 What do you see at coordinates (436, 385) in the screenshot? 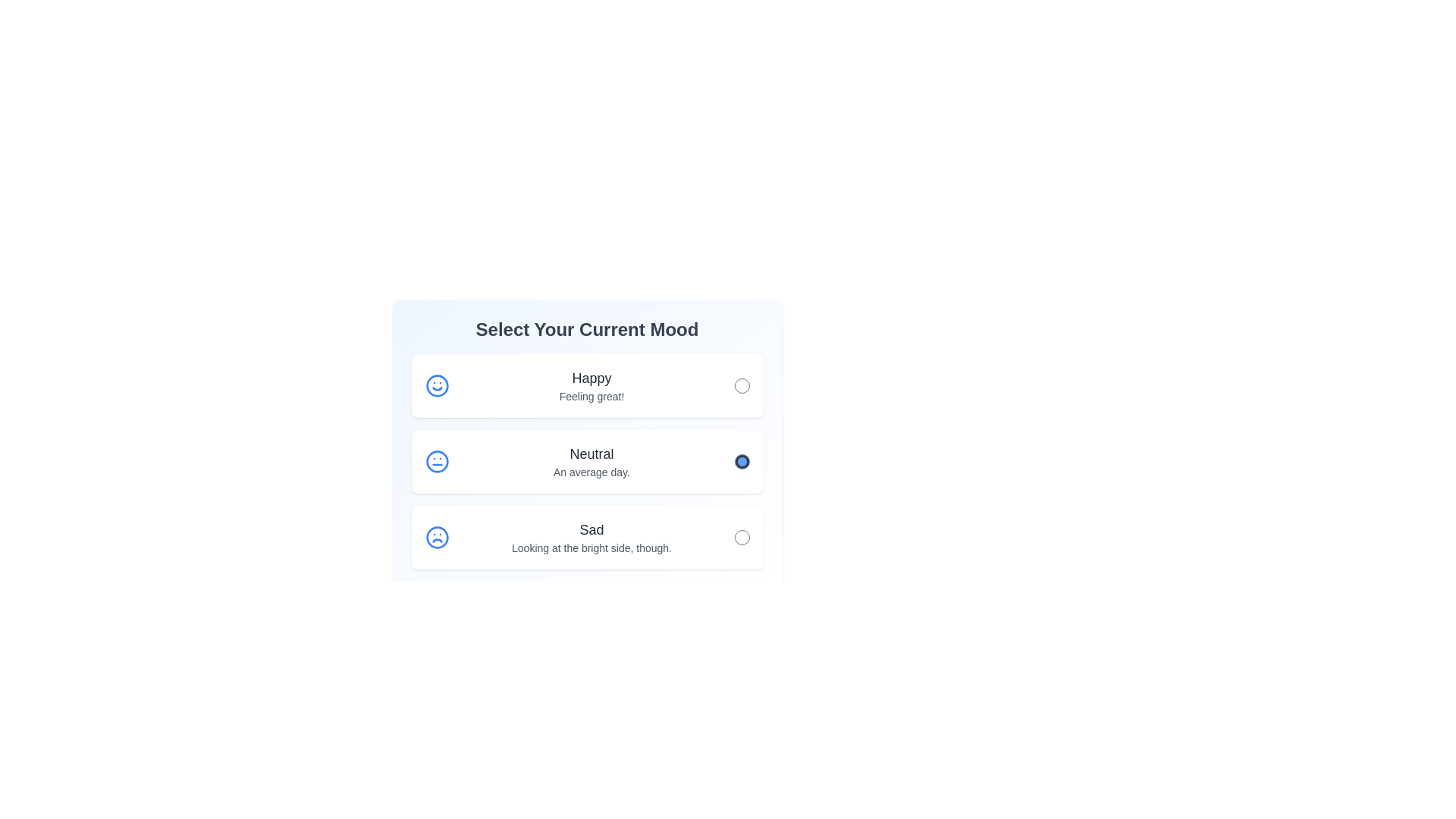
I see `the circular shape with a blue border that is the outermost part of the smiley face icon in the 'Happy' mood selection option` at bounding box center [436, 385].